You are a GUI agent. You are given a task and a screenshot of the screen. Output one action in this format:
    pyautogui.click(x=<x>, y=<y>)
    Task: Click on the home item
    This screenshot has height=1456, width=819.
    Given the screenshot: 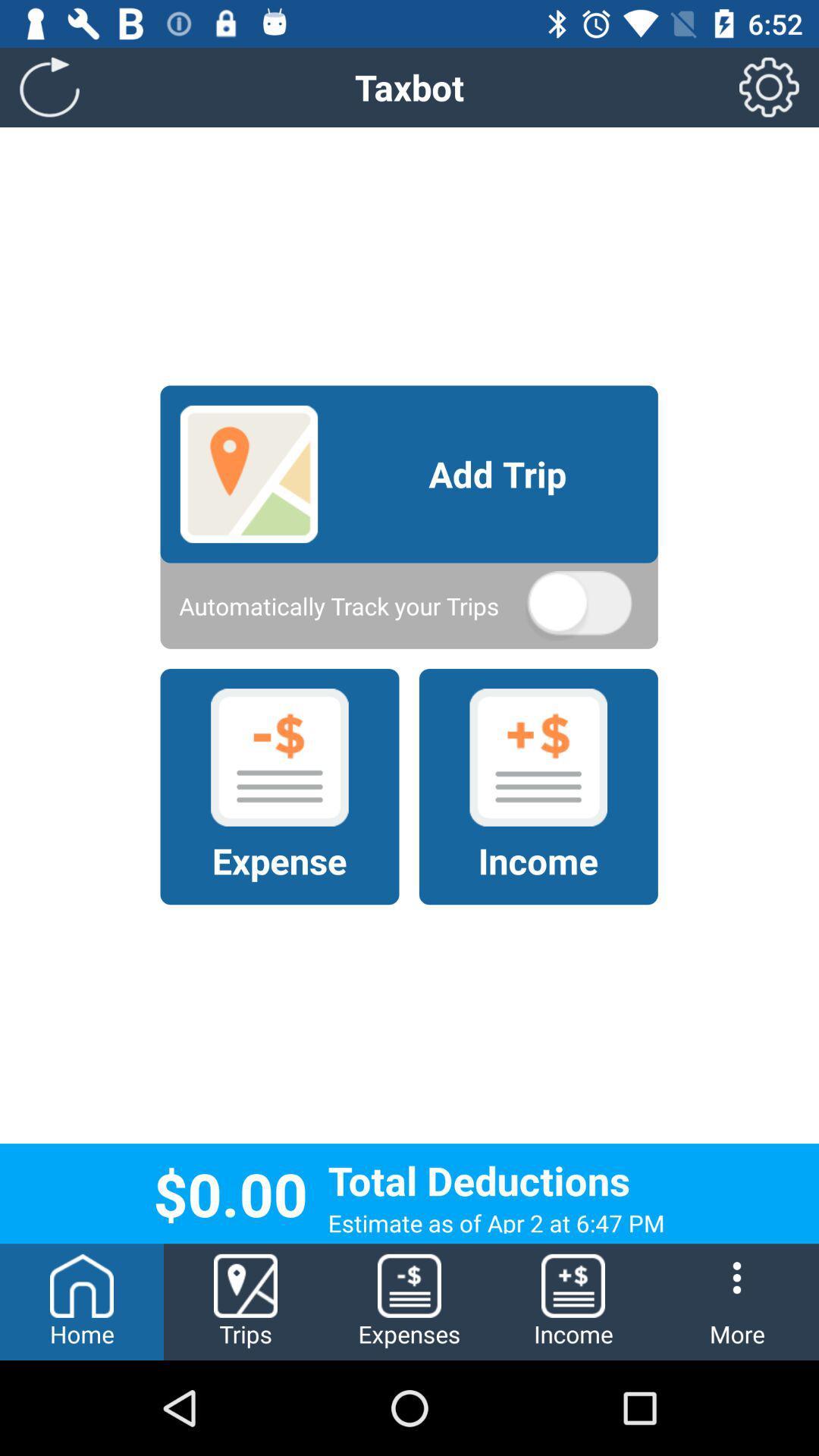 What is the action you would take?
    pyautogui.click(x=82, y=1301)
    